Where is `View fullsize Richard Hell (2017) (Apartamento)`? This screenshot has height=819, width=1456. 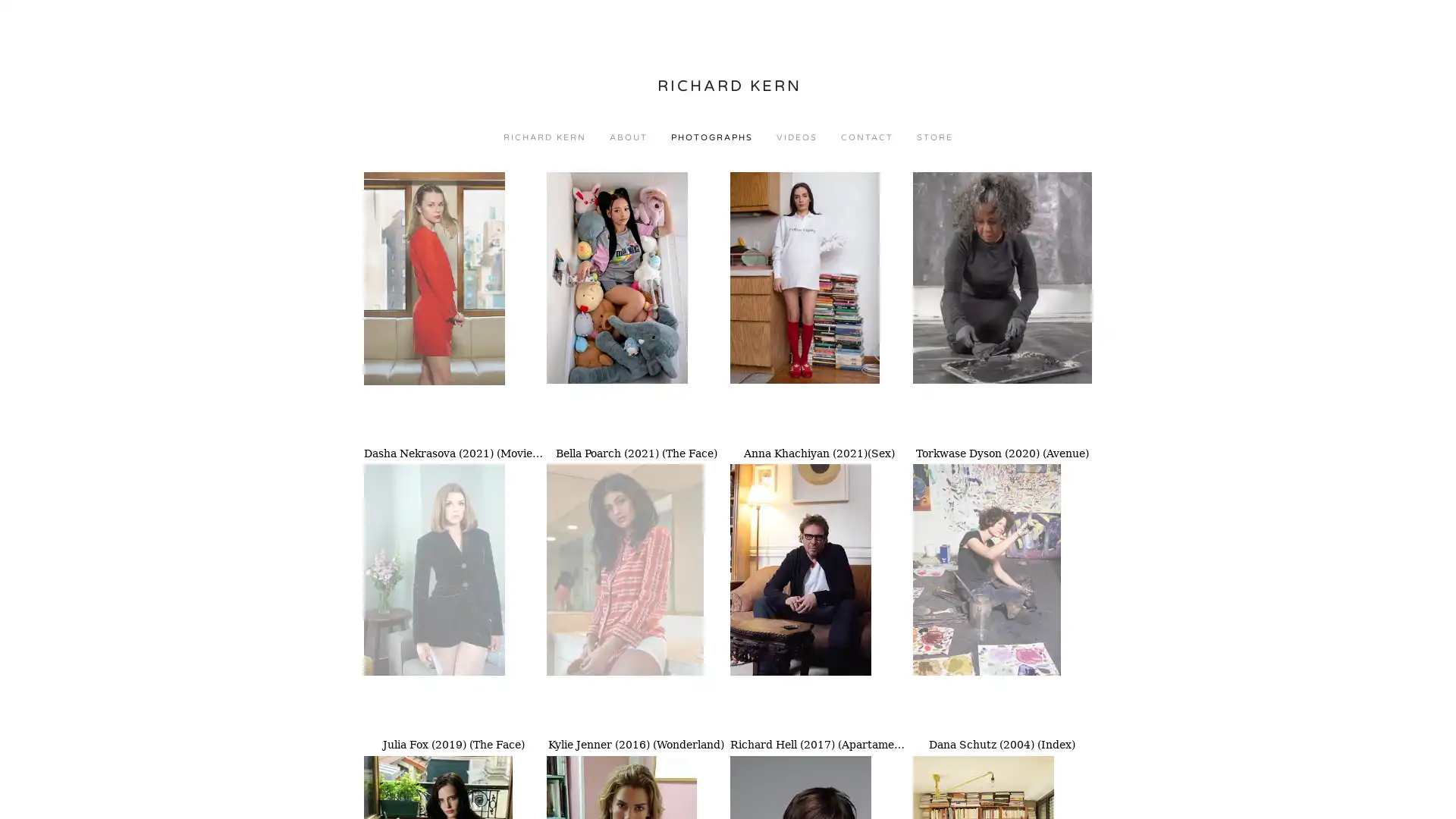
View fullsize Richard Hell (2017) (Apartamento) is located at coordinates (818, 597).